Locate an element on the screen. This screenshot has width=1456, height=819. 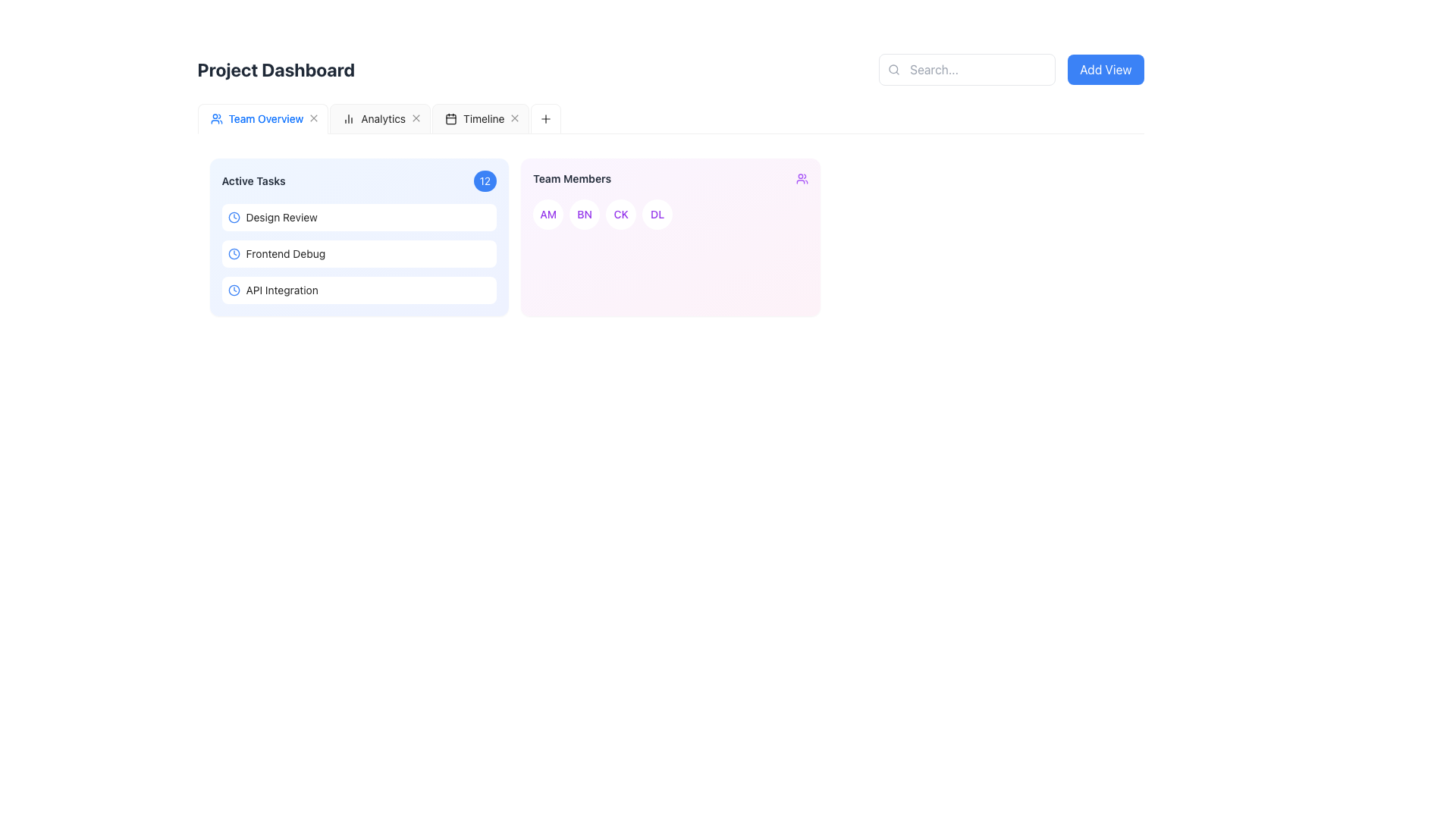
the small user group icon in the navigation bar, positioned to the left of the 'Team Overview' text is located at coordinates (215, 118).